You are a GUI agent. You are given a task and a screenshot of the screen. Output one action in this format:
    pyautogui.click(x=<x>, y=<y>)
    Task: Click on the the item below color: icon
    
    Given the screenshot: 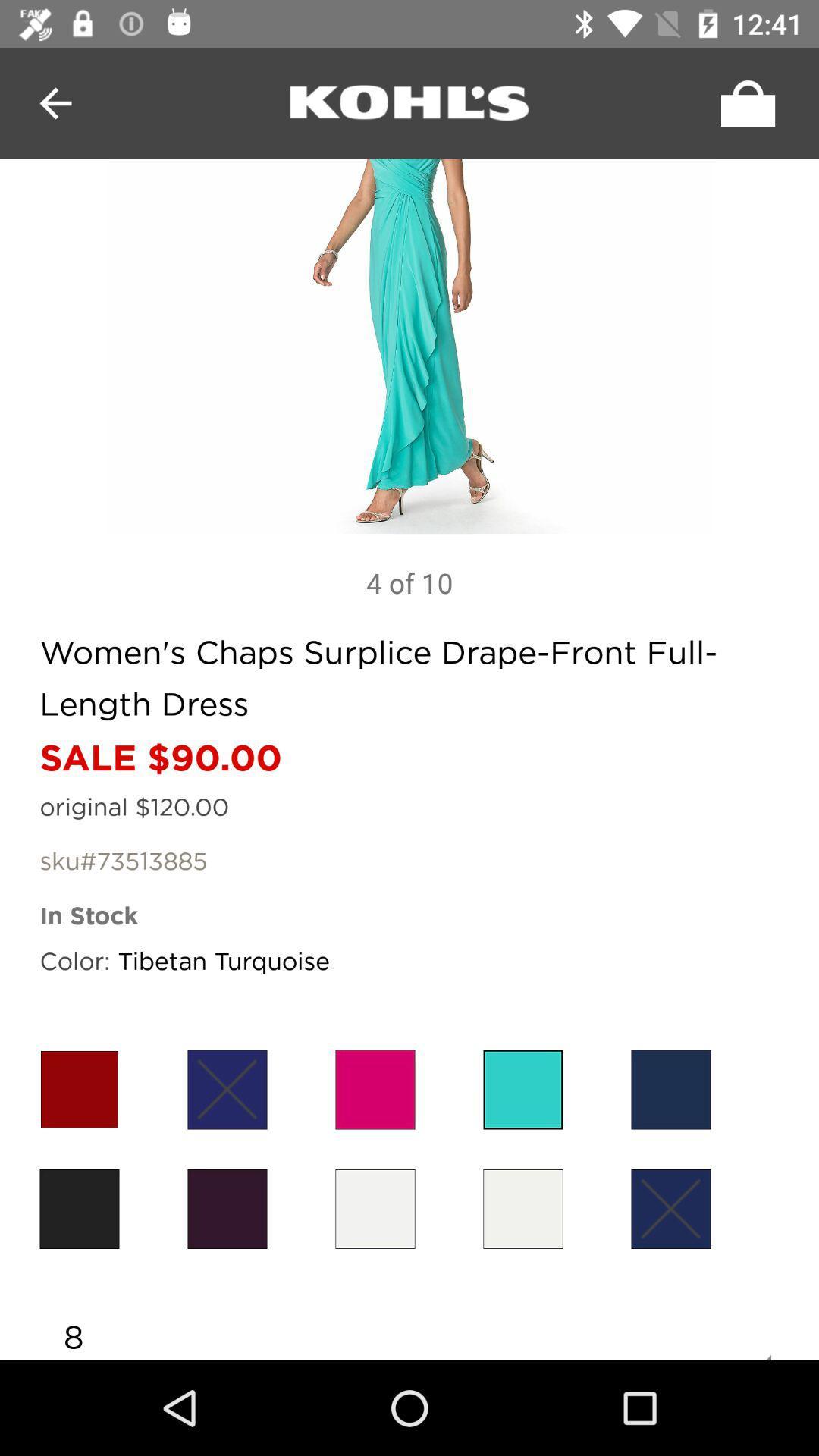 What is the action you would take?
    pyautogui.click(x=79, y=1088)
    